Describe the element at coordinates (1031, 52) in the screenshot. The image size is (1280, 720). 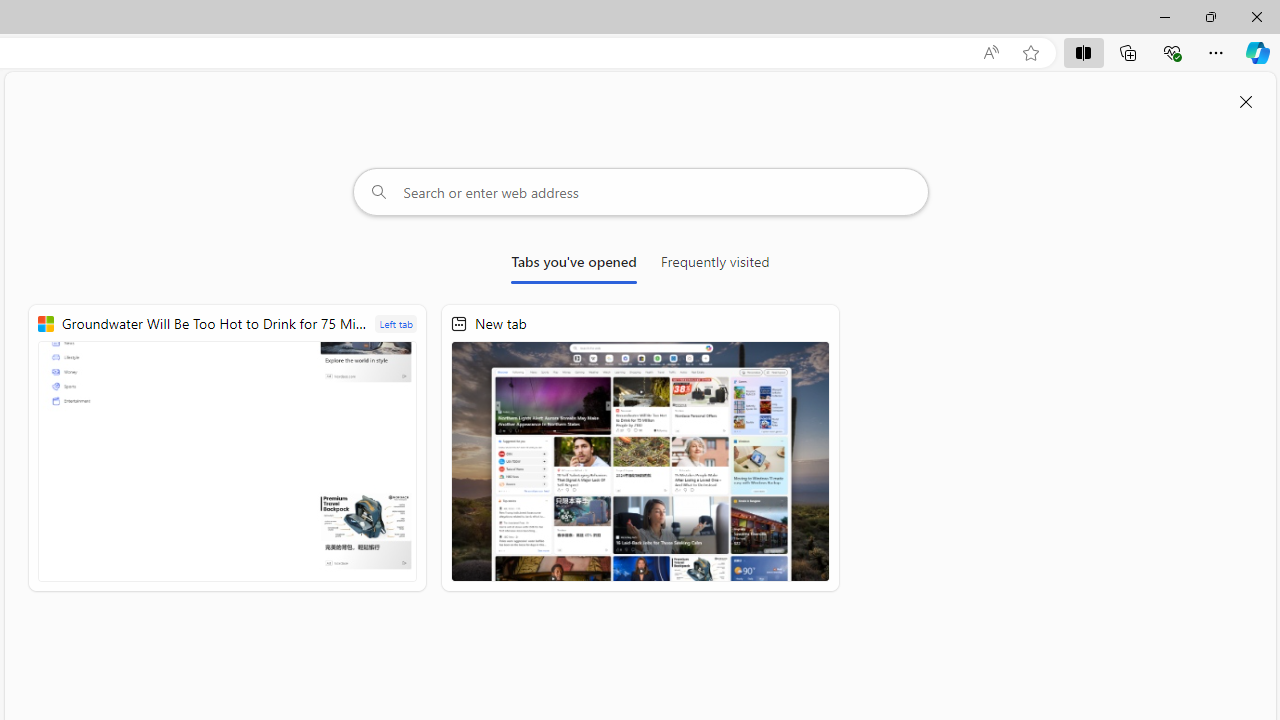
I see `'Add this page to favorites (Ctrl+D)'` at that location.